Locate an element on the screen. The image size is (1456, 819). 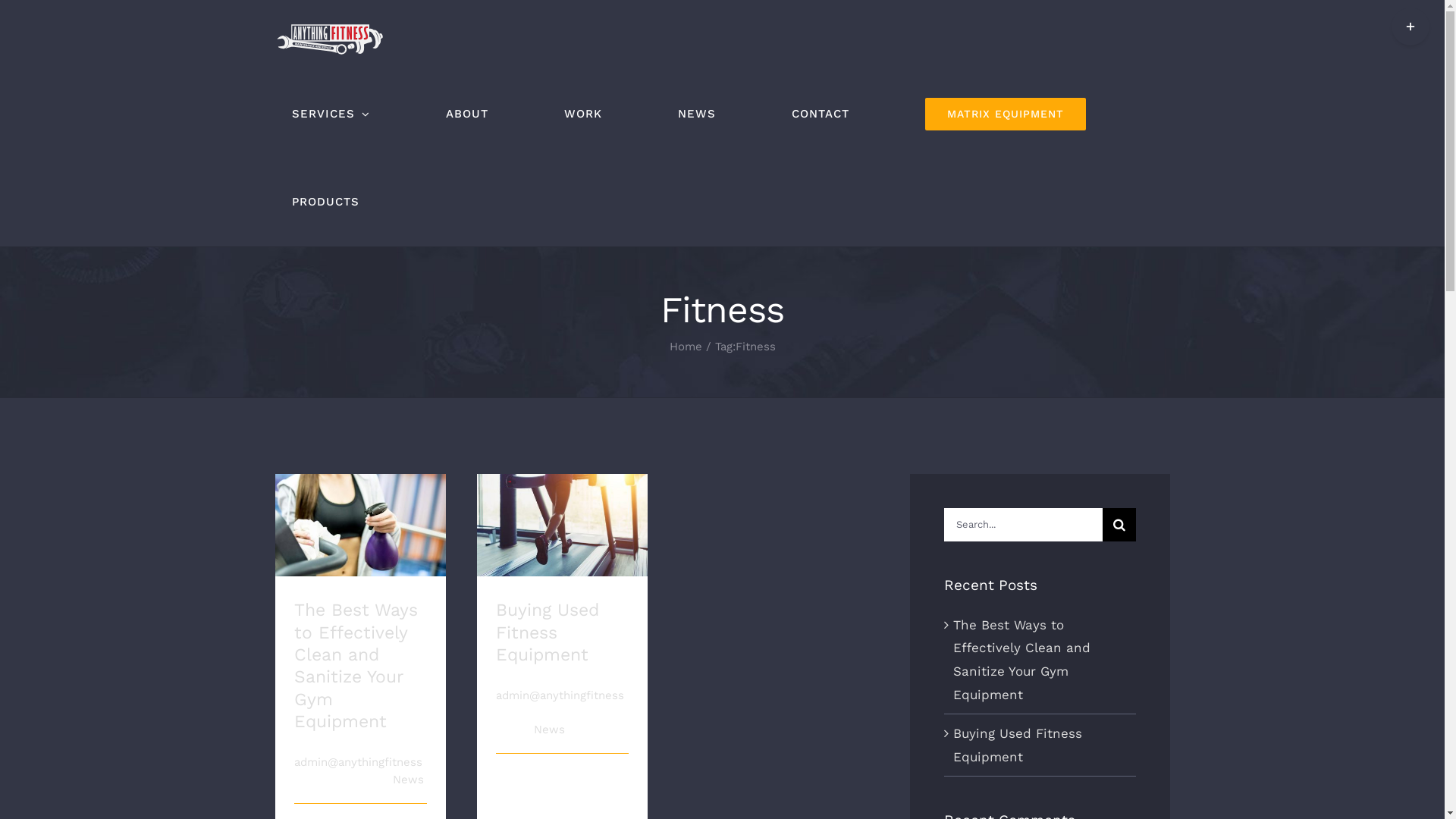
'News' is located at coordinates (548, 728).